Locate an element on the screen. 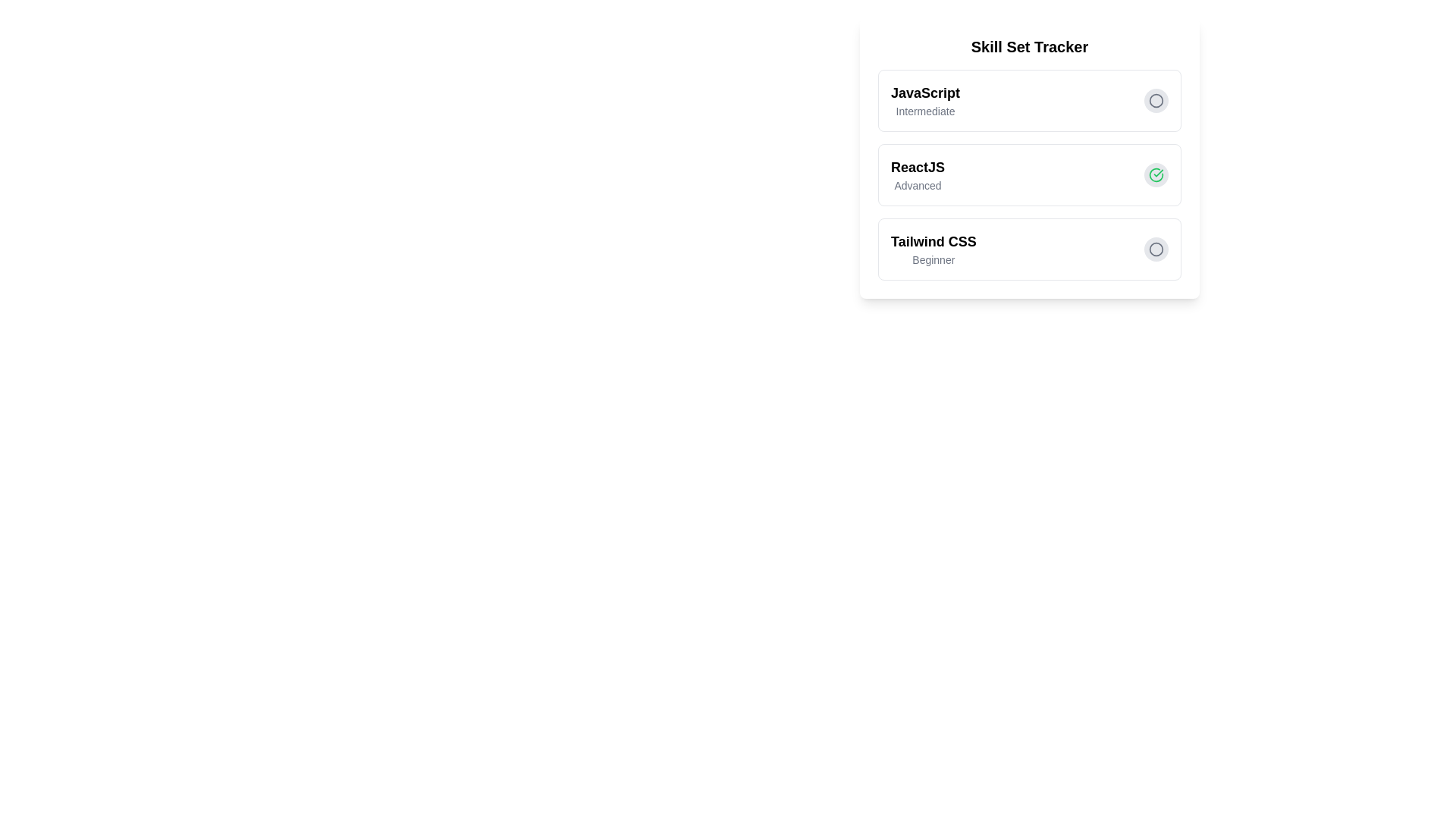  the status indicated by the circular icon with a green border and a checkmark, located within the second item of the 'Skill Set Tracker' list is located at coordinates (1156, 174).